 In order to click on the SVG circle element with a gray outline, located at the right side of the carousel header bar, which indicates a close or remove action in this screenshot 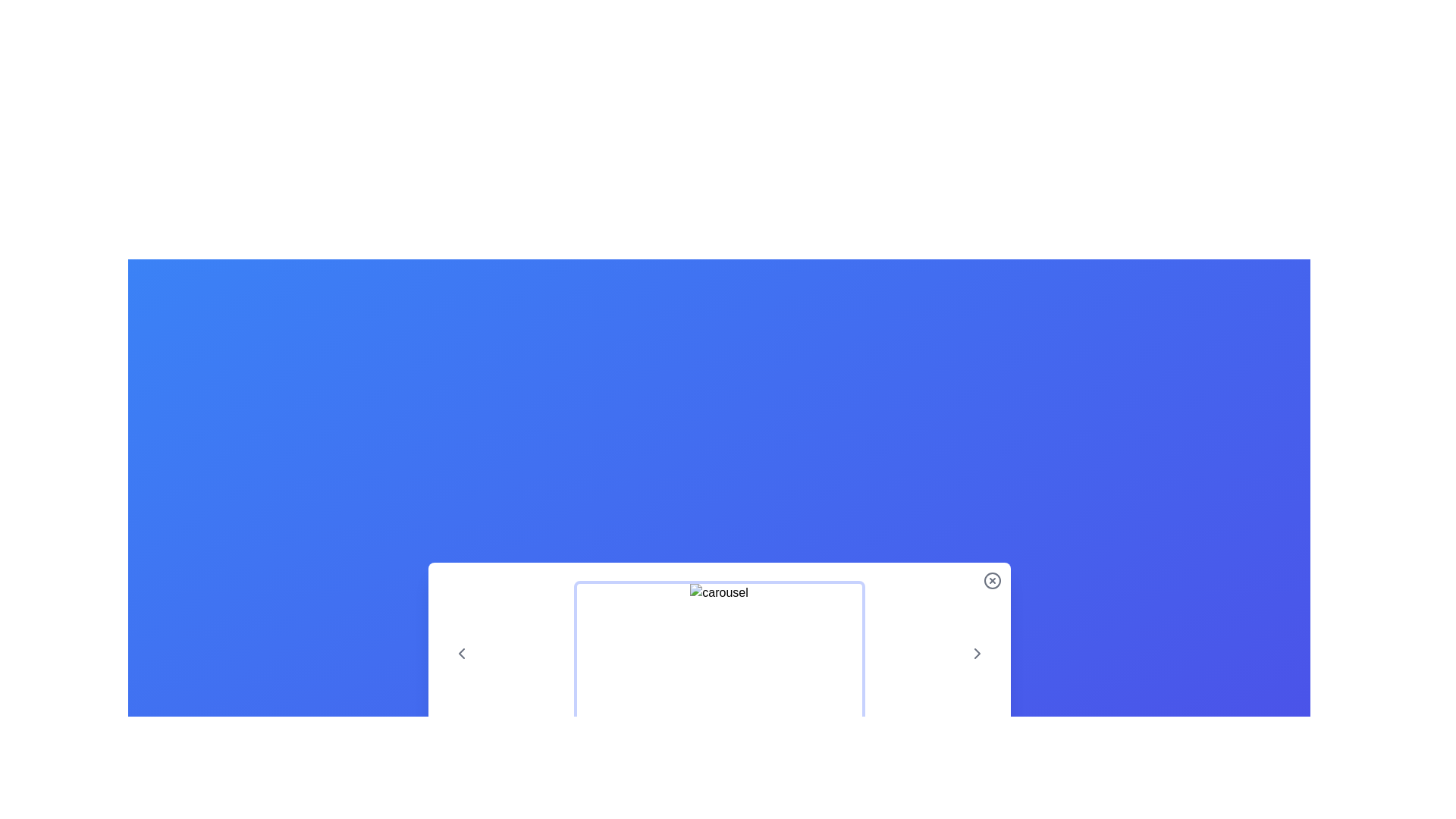, I will do `click(992, 580)`.